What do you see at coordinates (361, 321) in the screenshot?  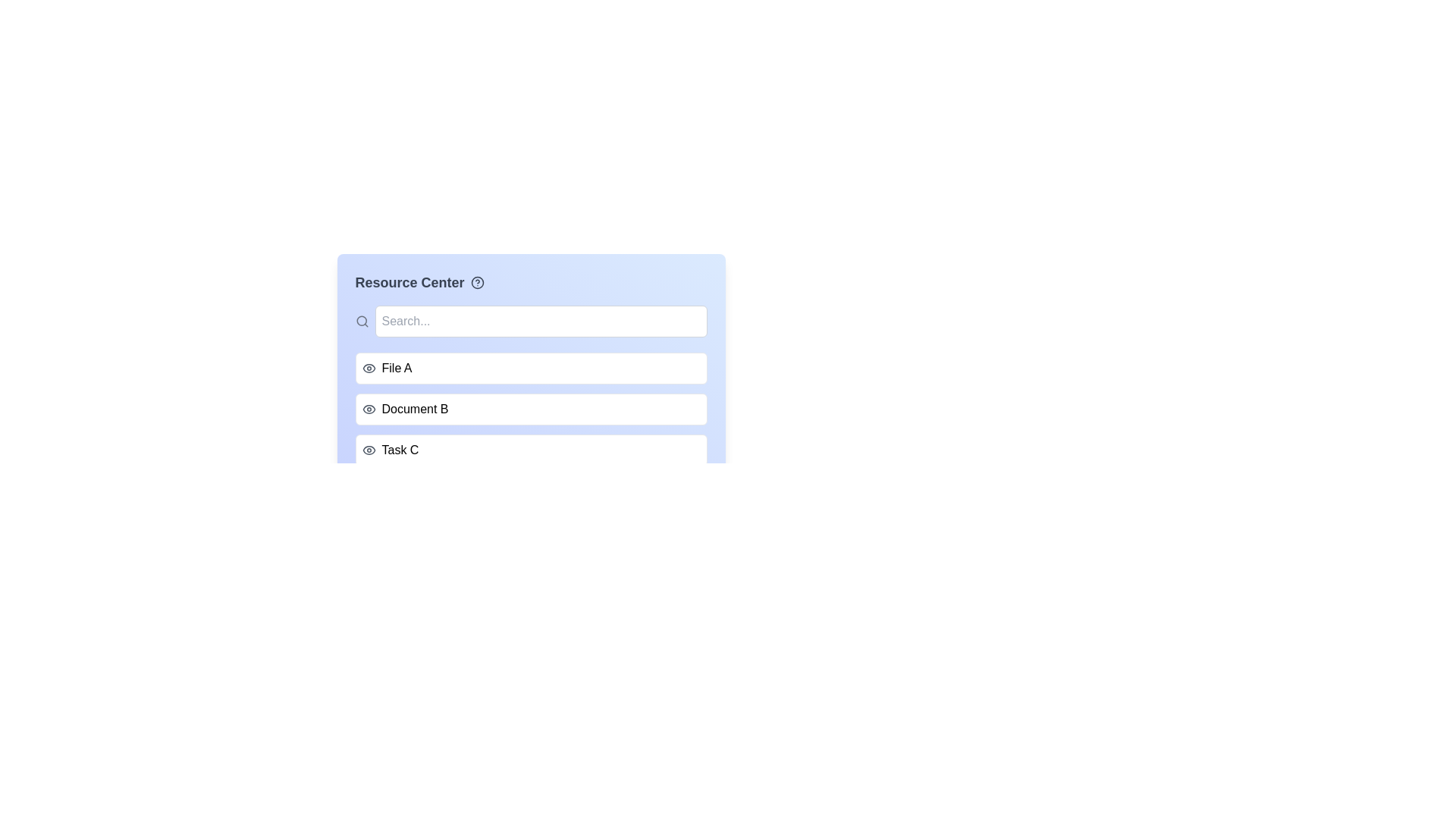 I see `the search icon located immediately to the left of the 'Search...' input field in the top-left section of the search panel` at bounding box center [361, 321].